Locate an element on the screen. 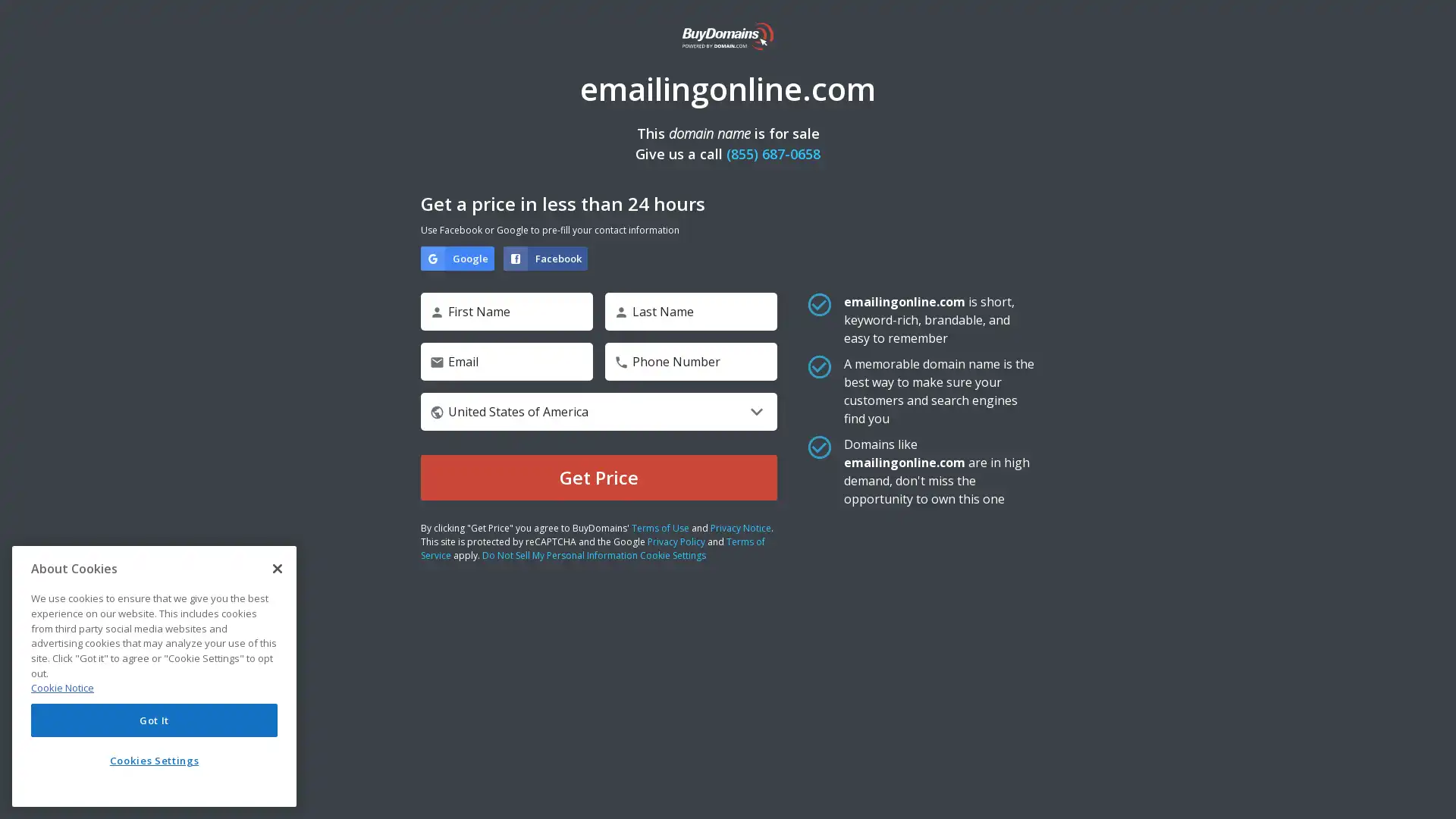 The image size is (1456, 819). Facebook is located at coordinates (545, 257).